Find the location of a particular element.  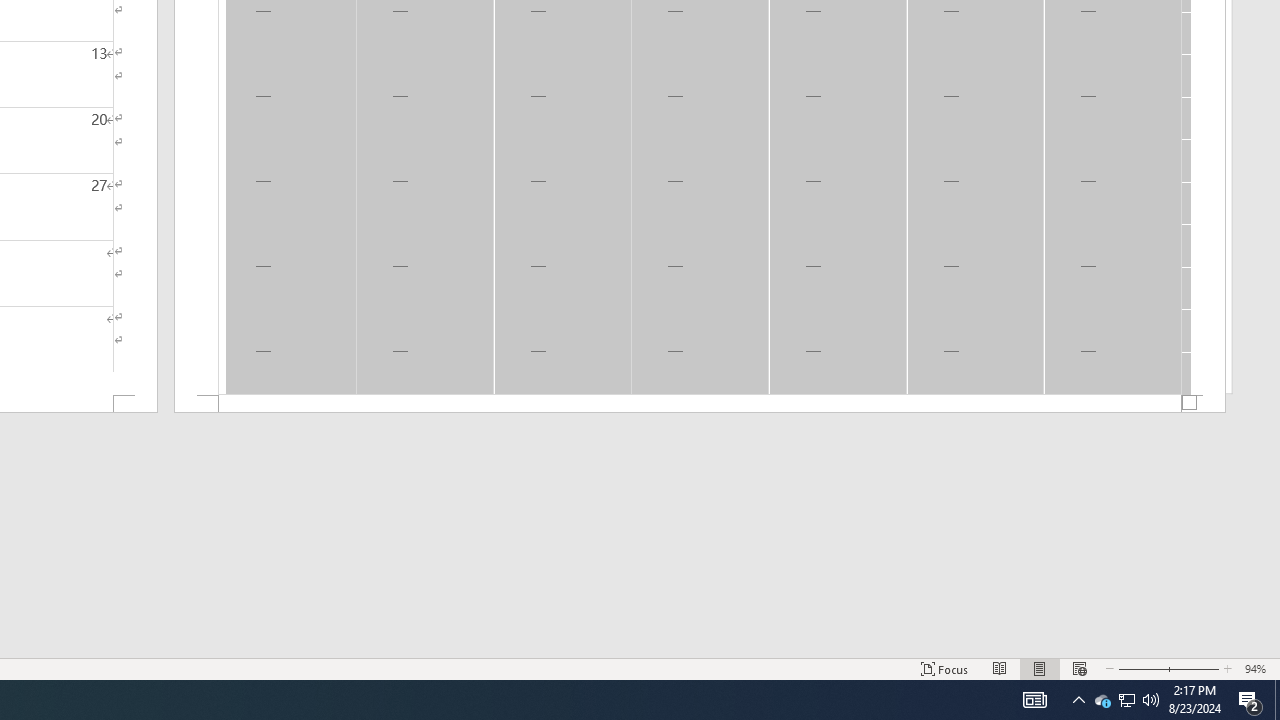

'Footer -Section 1-' is located at coordinates (700, 404).